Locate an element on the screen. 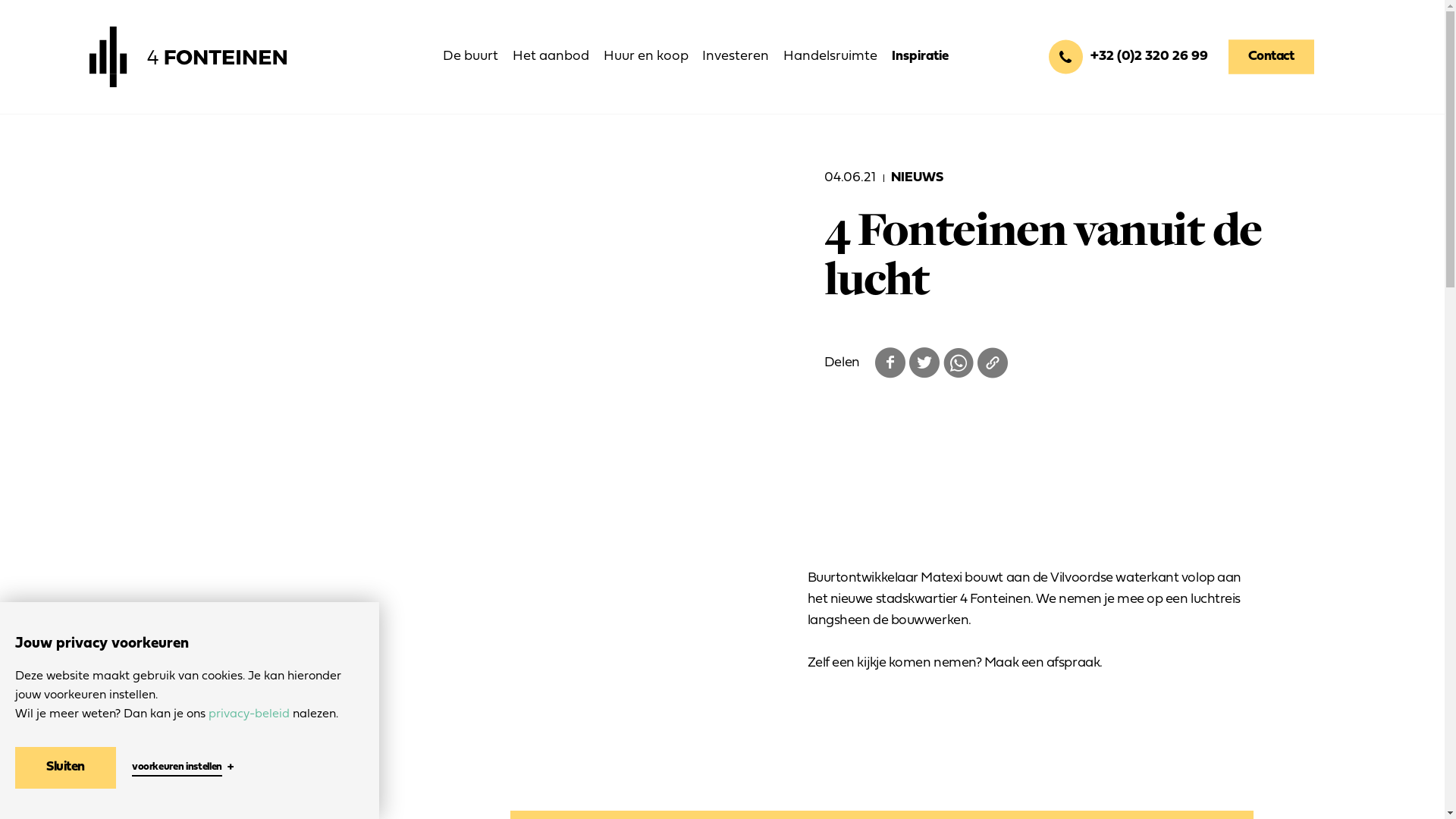 Image resolution: width=1456 pixels, height=819 pixels. 'voorkeuren instellen' is located at coordinates (177, 767).